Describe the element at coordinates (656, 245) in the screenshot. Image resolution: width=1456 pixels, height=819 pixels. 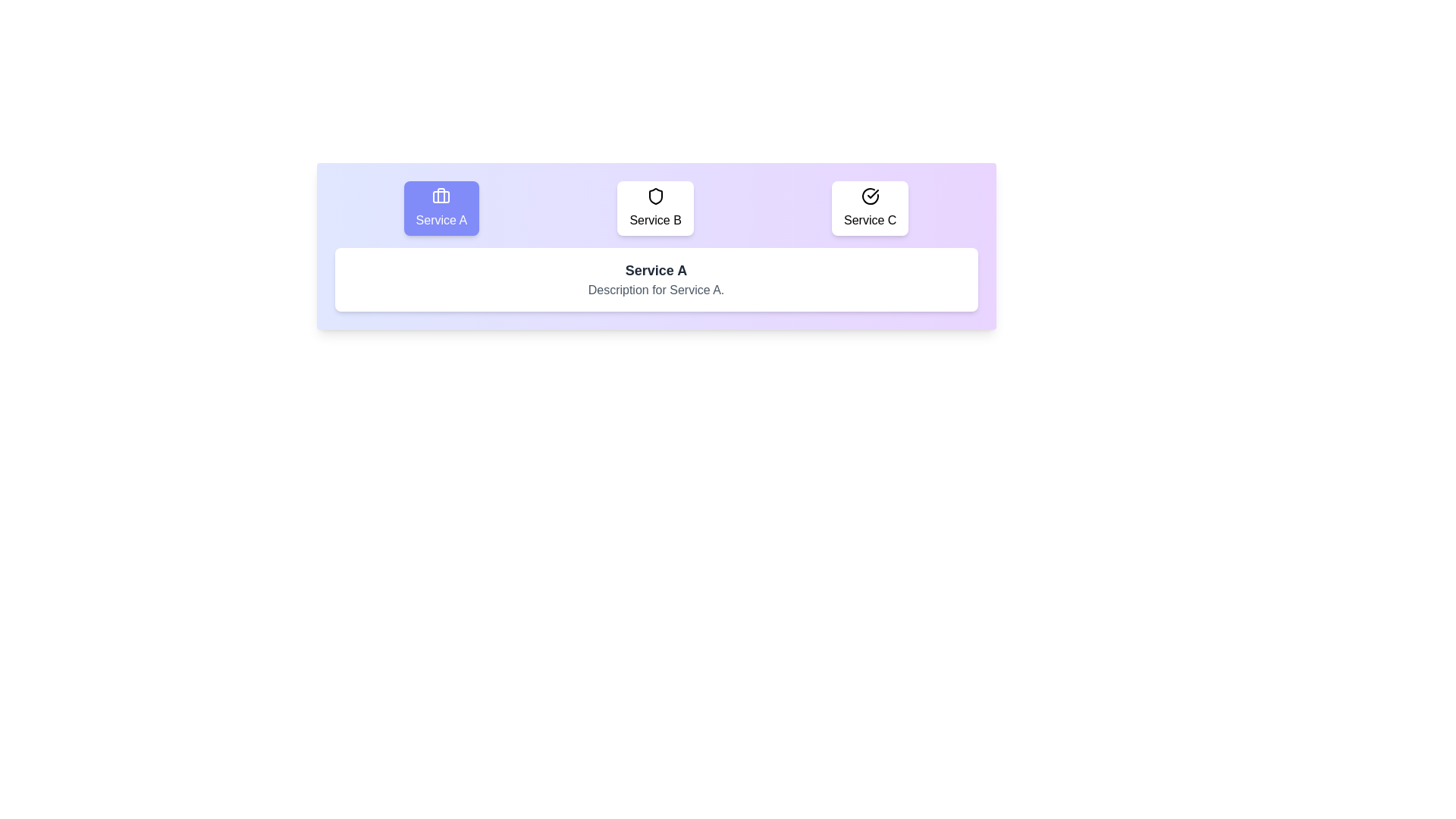
I see `the service card in the interactive panel` at that location.